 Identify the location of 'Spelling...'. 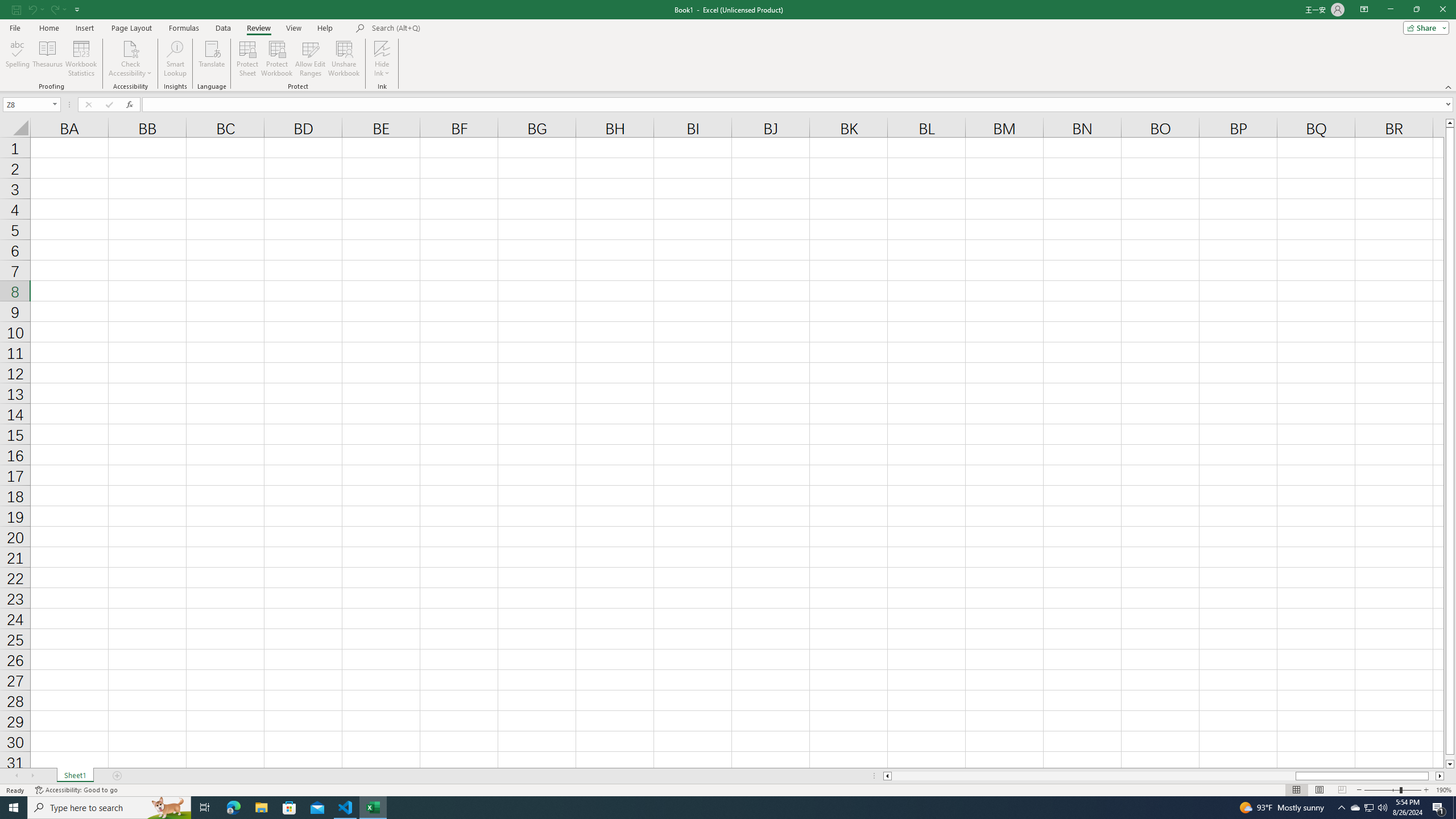
(16, 59).